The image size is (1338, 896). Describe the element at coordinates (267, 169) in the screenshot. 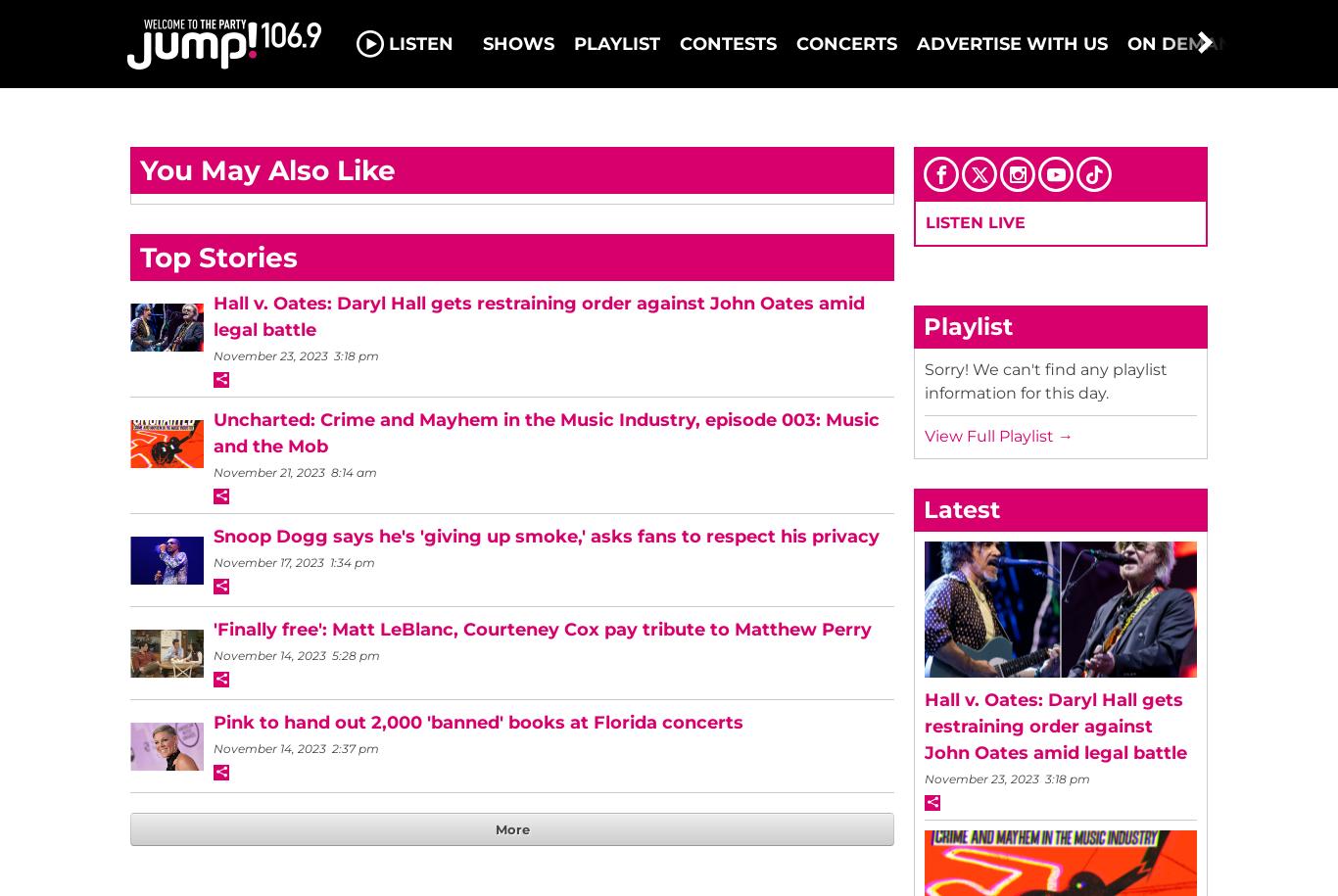

I see `'You May Also Like'` at that location.